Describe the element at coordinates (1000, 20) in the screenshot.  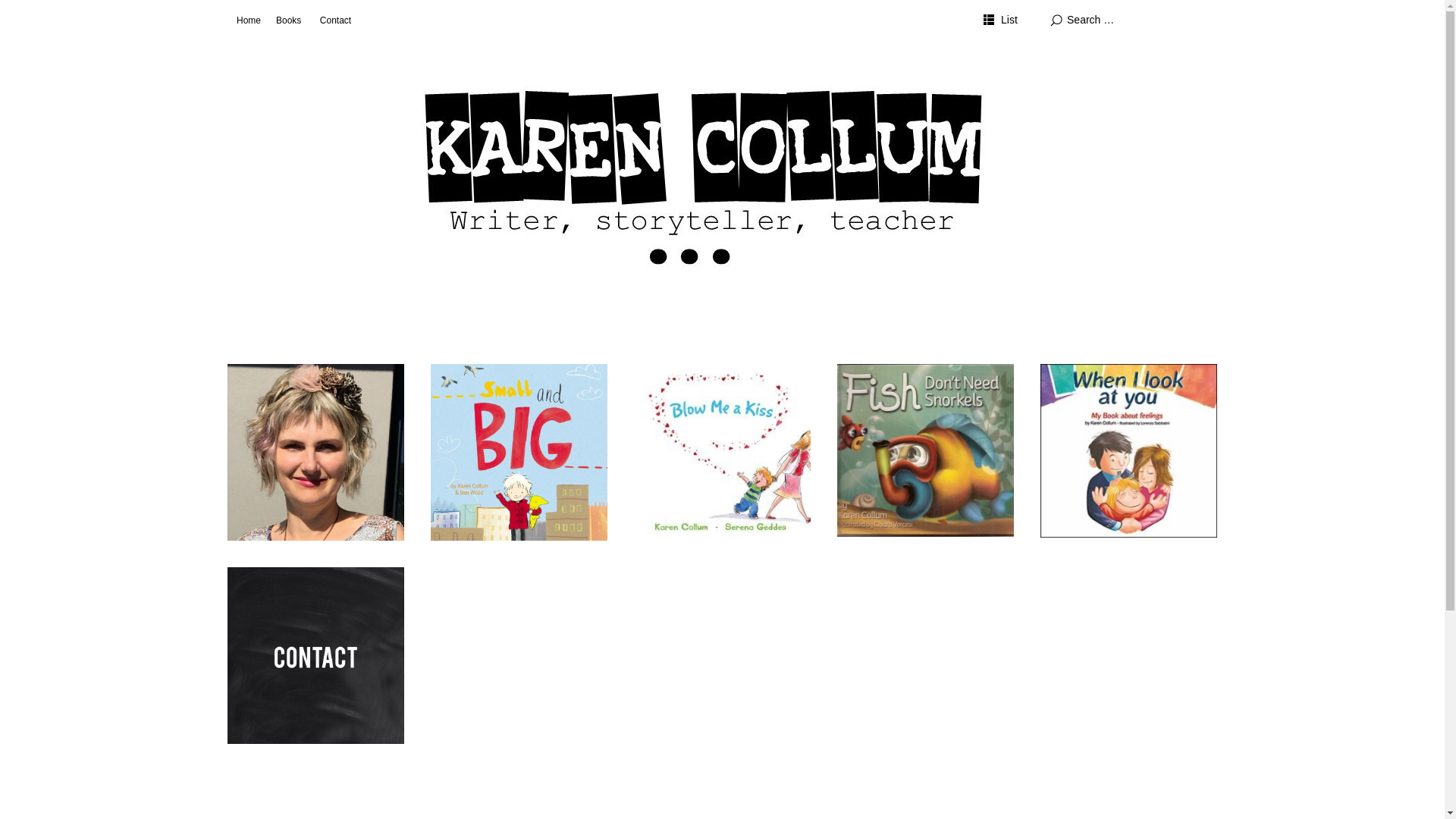
I see `'List'` at that location.